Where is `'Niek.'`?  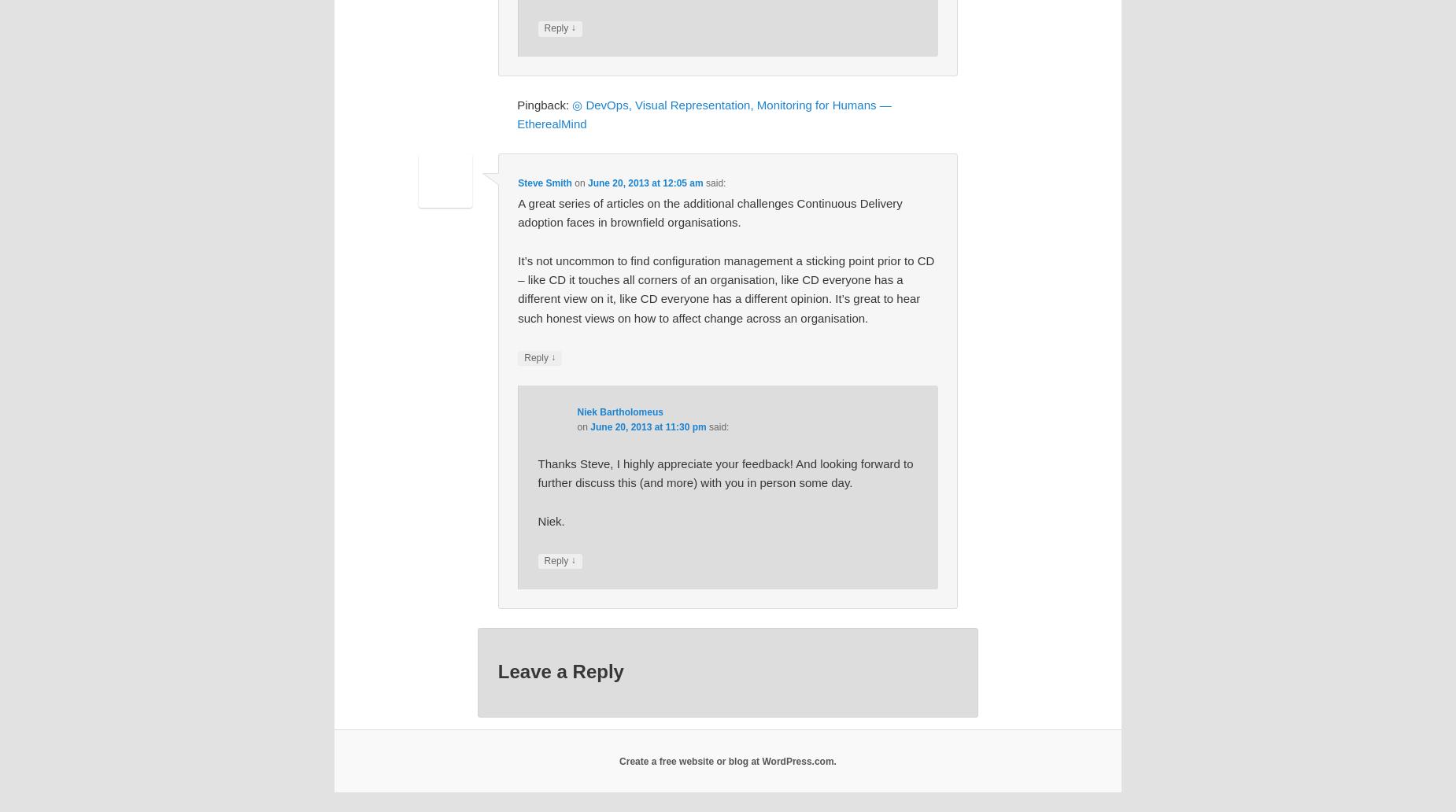
'Niek.' is located at coordinates (551, 520).